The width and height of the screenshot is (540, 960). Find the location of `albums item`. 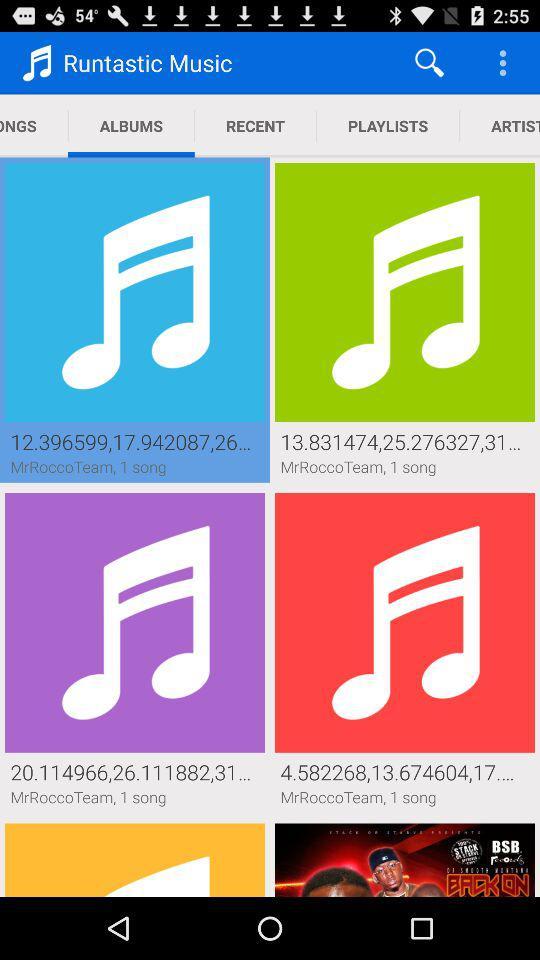

albums item is located at coordinates (131, 125).